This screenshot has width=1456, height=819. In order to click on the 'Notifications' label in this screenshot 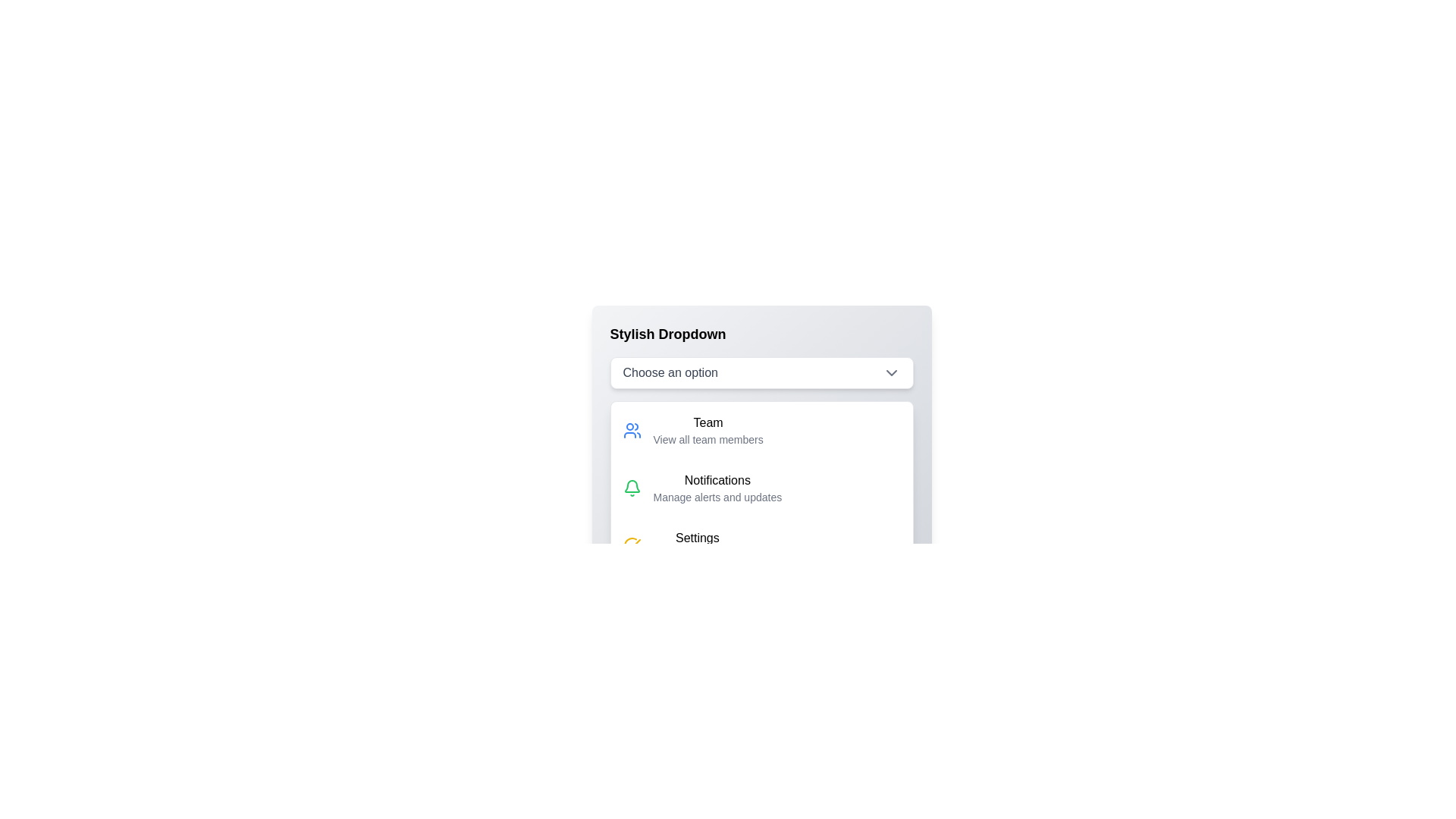, I will do `click(717, 480)`.